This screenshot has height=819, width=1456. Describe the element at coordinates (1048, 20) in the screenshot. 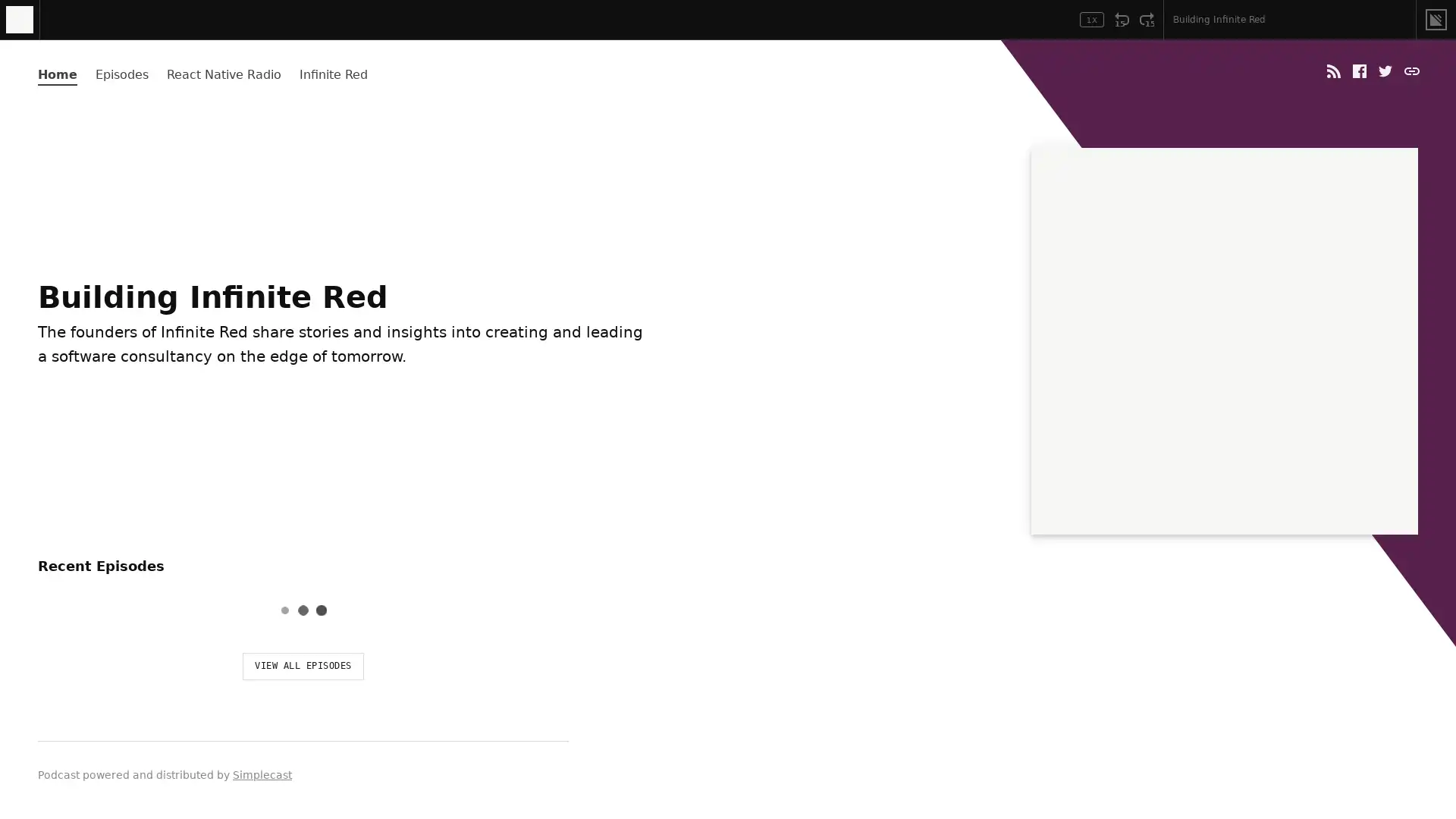

I see `Open Player Settings` at that location.